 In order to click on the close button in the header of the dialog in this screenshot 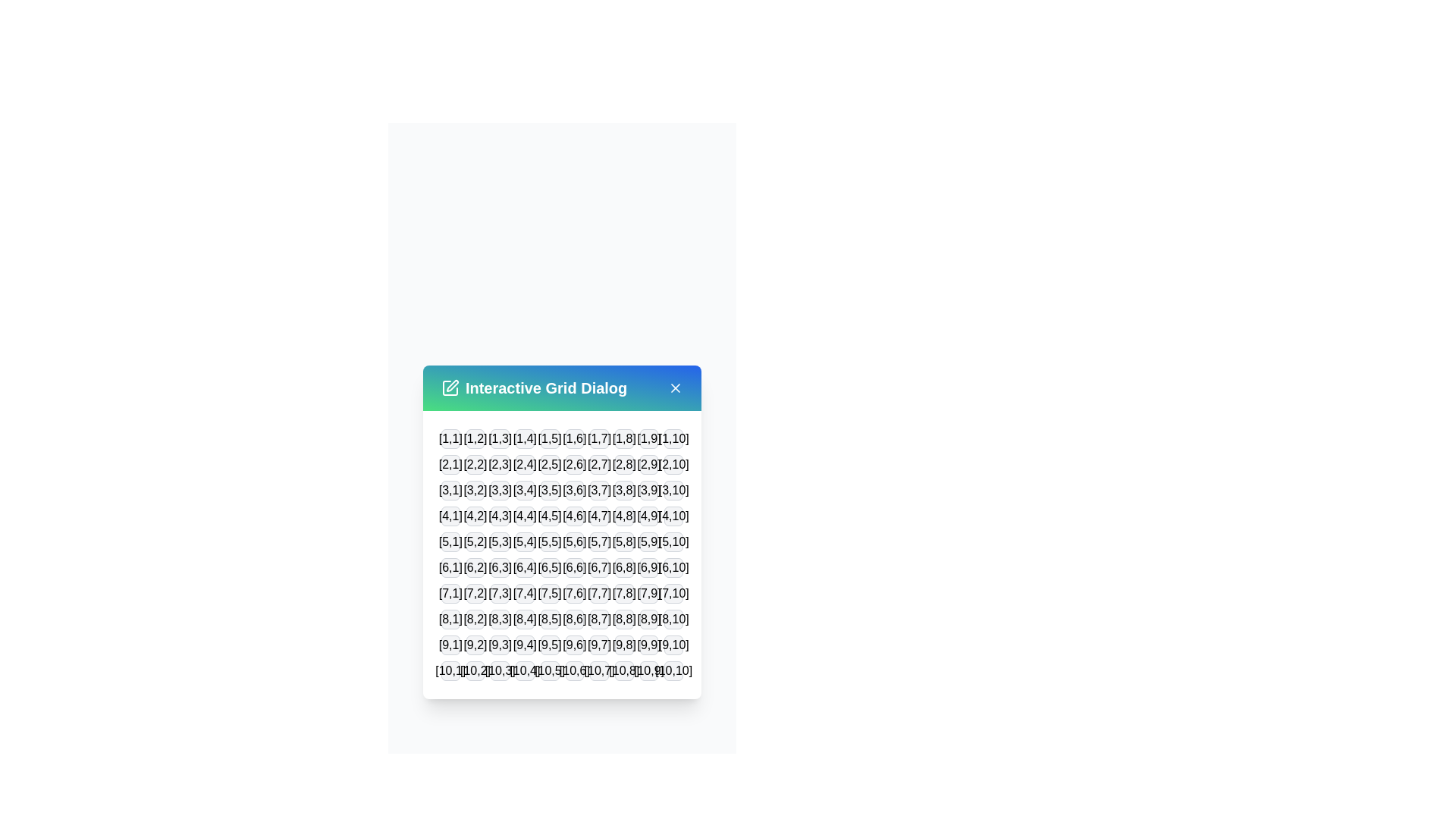, I will do `click(675, 388)`.